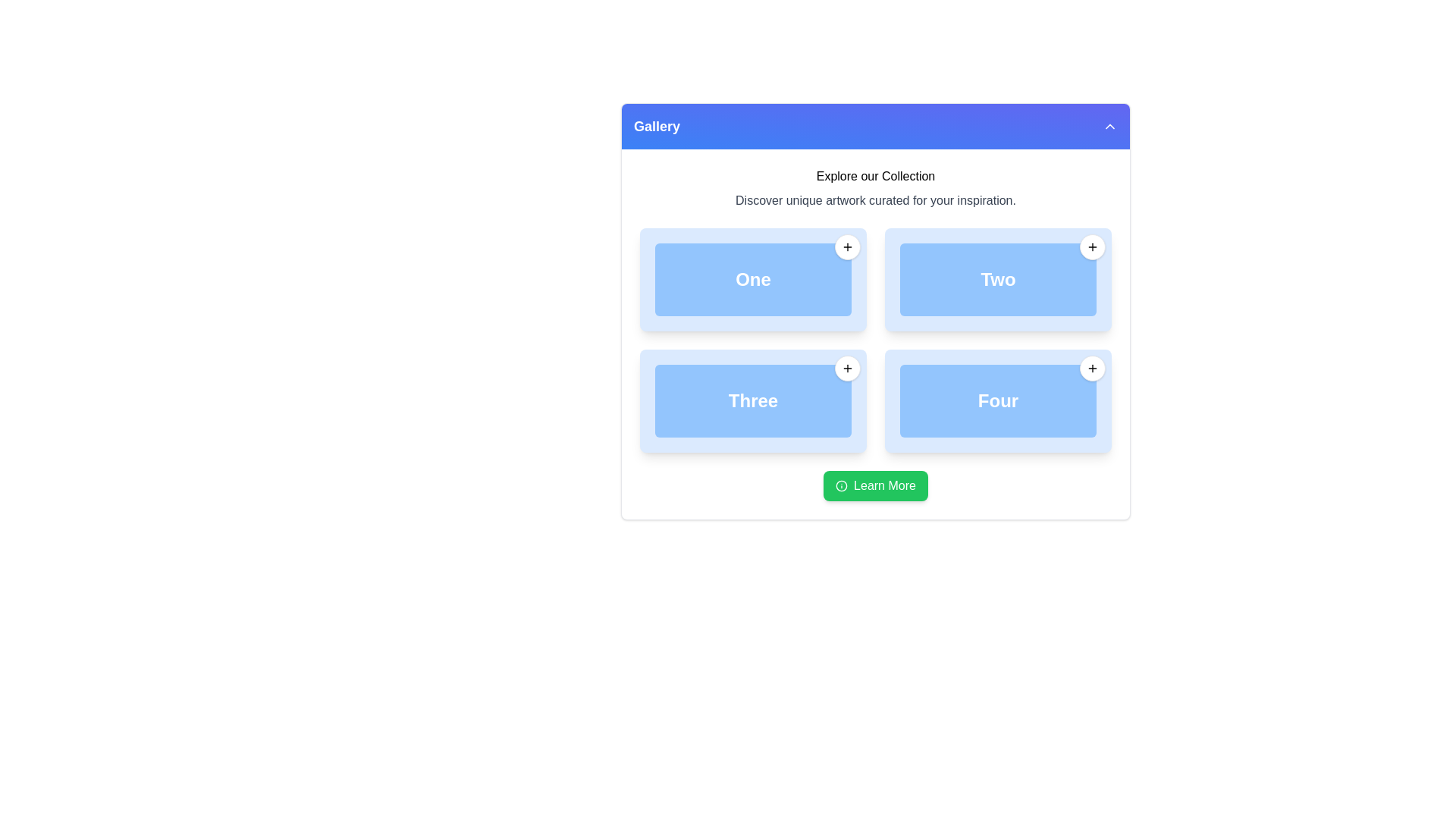 The image size is (1456, 819). I want to click on the rectangular button with a light blue background and bold white text 'Two', so click(998, 280).